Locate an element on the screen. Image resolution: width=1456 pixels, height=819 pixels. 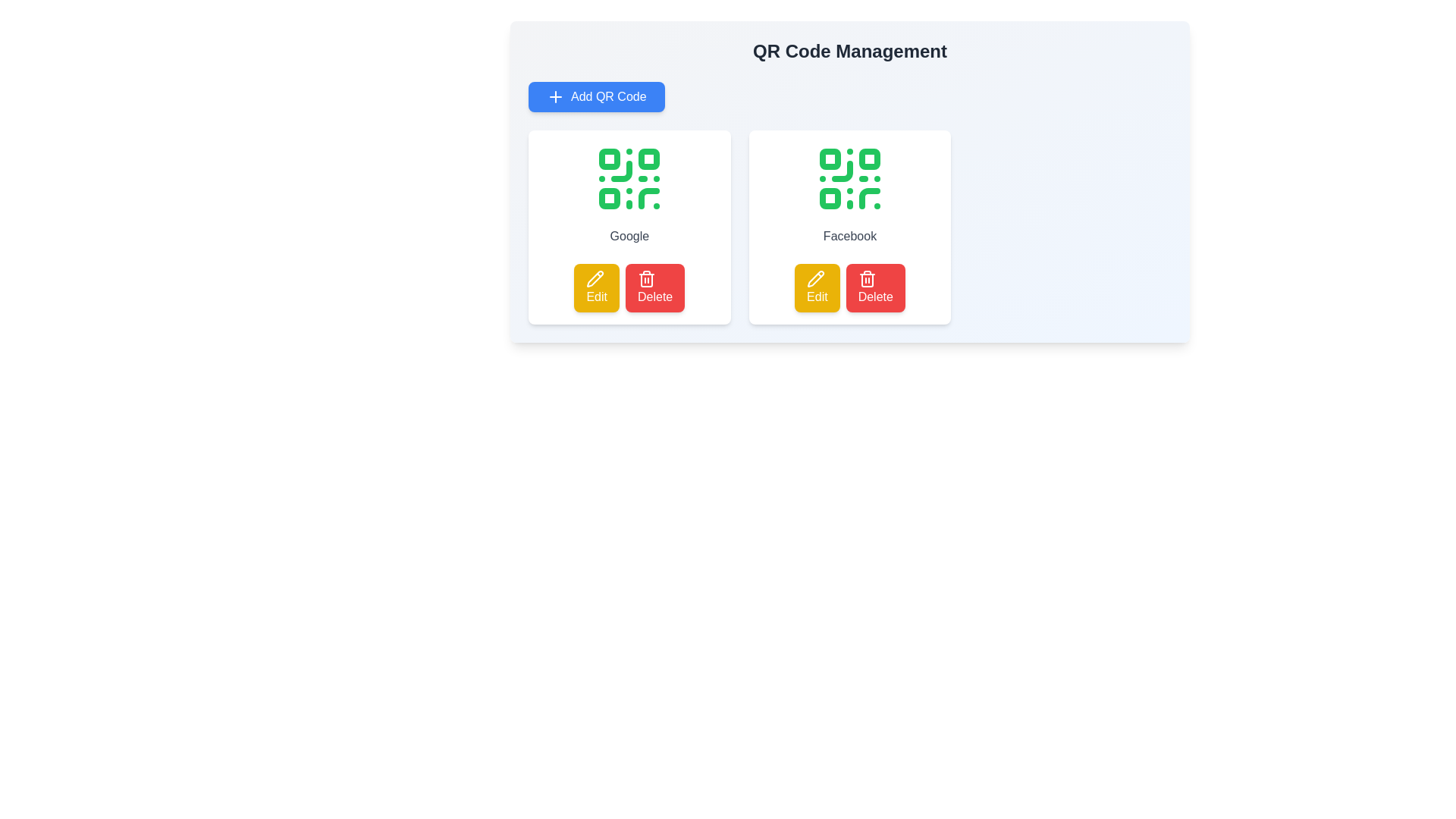
text label displaying 'Google' located in the top-left quadrant of the user interface, beneath the green QR code icon and above the 'Edit' and 'Delete' buttons is located at coordinates (629, 237).